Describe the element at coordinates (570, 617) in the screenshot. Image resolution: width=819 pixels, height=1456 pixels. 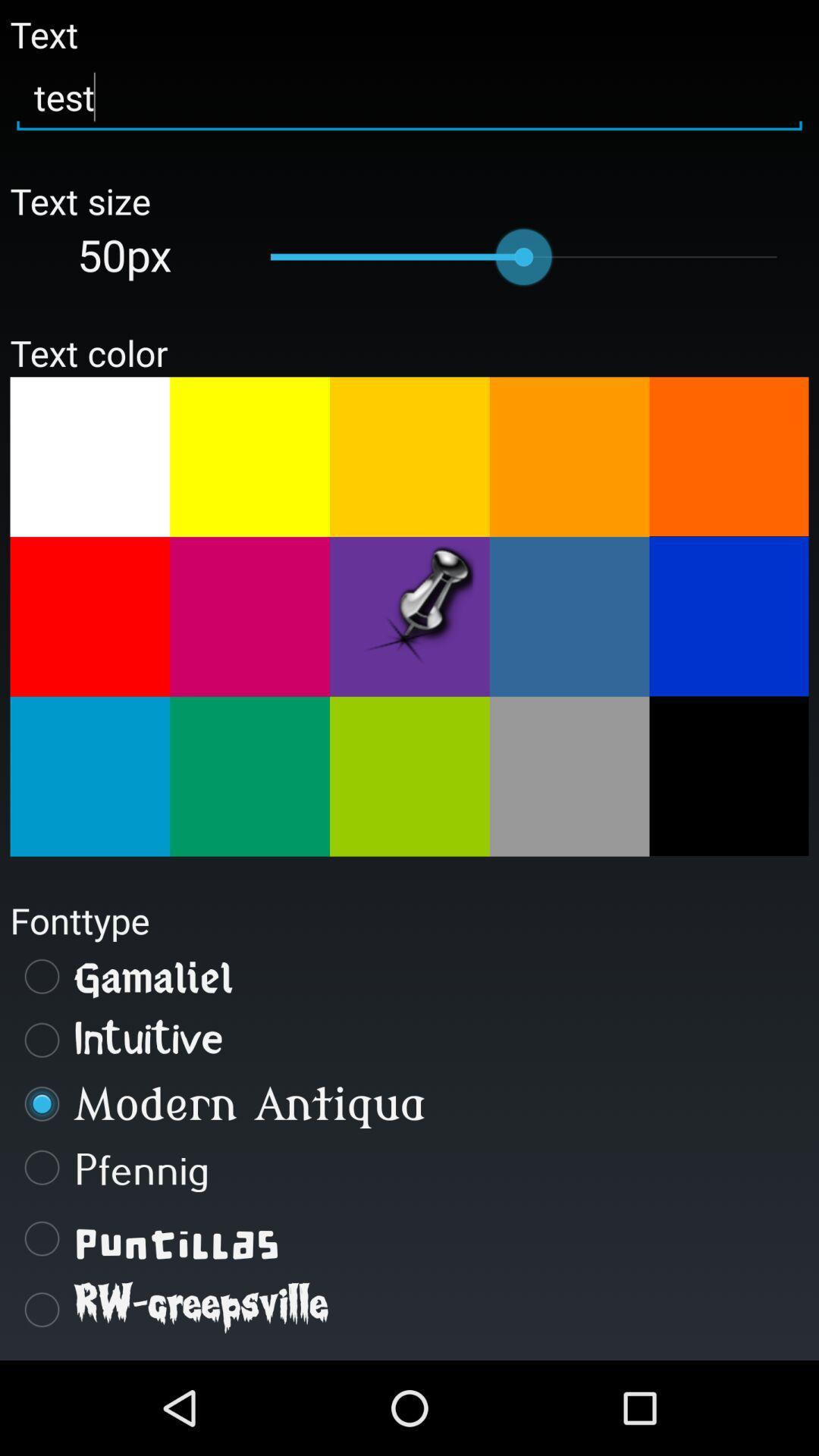
I see `text color option` at that location.